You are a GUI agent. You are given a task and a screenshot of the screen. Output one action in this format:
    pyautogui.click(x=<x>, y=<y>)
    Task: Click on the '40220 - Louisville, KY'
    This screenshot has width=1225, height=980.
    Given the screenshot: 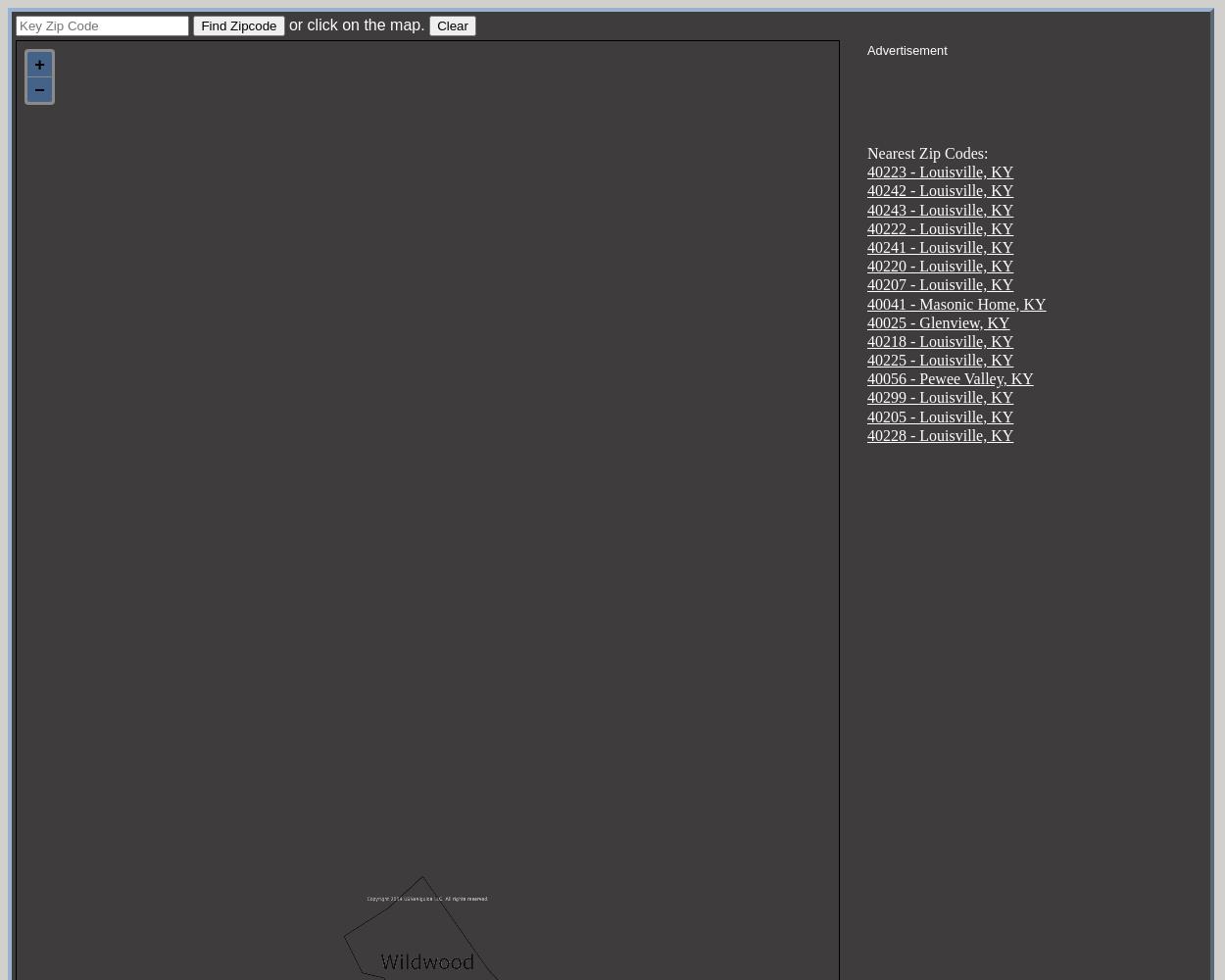 What is the action you would take?
    pyautogui.click(x=939, y=266)
    